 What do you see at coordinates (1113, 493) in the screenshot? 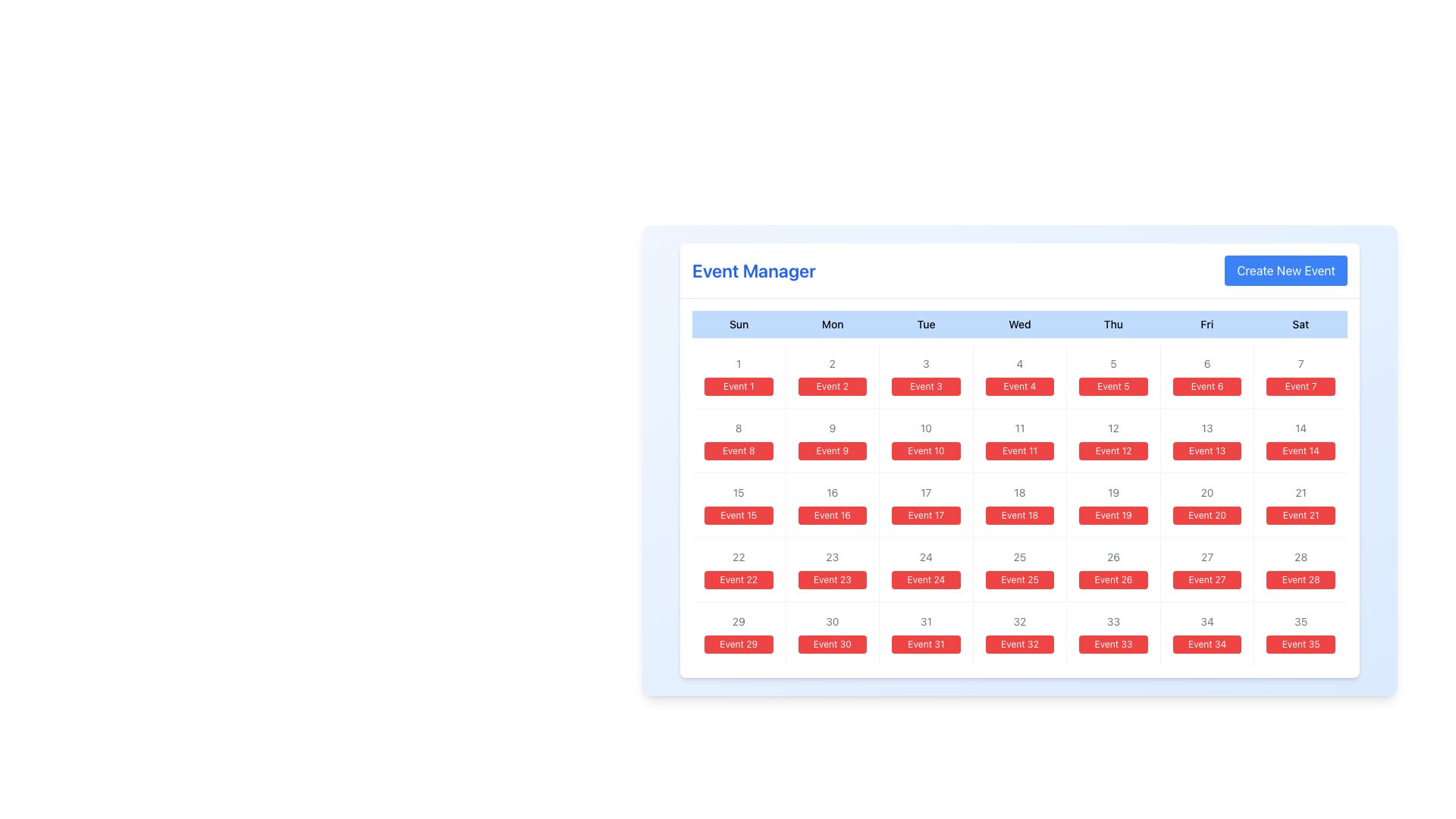
I see `the text label displaying the number '19' located in the fifth column and third row of the calendar grid, above the red button labeled 'Event 19'` at bounding box center [1113, 493].